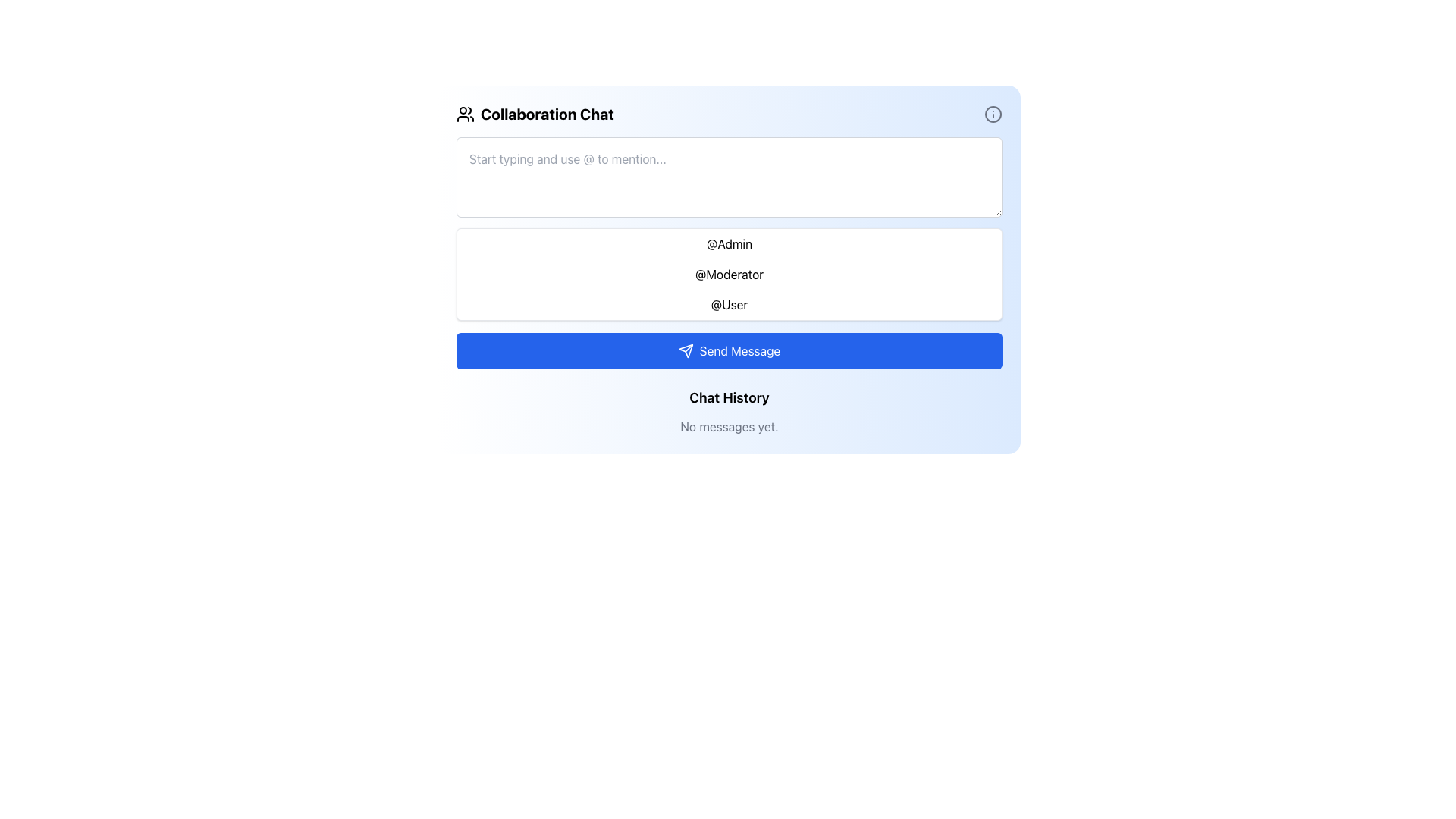  What do you see at coordinates (993, 113) in the screenshot?
I see `the informational SVG circle located in the top-right corner of the chat interface, adjacent to the input area for typing messages` at bounding box center [993, 113].